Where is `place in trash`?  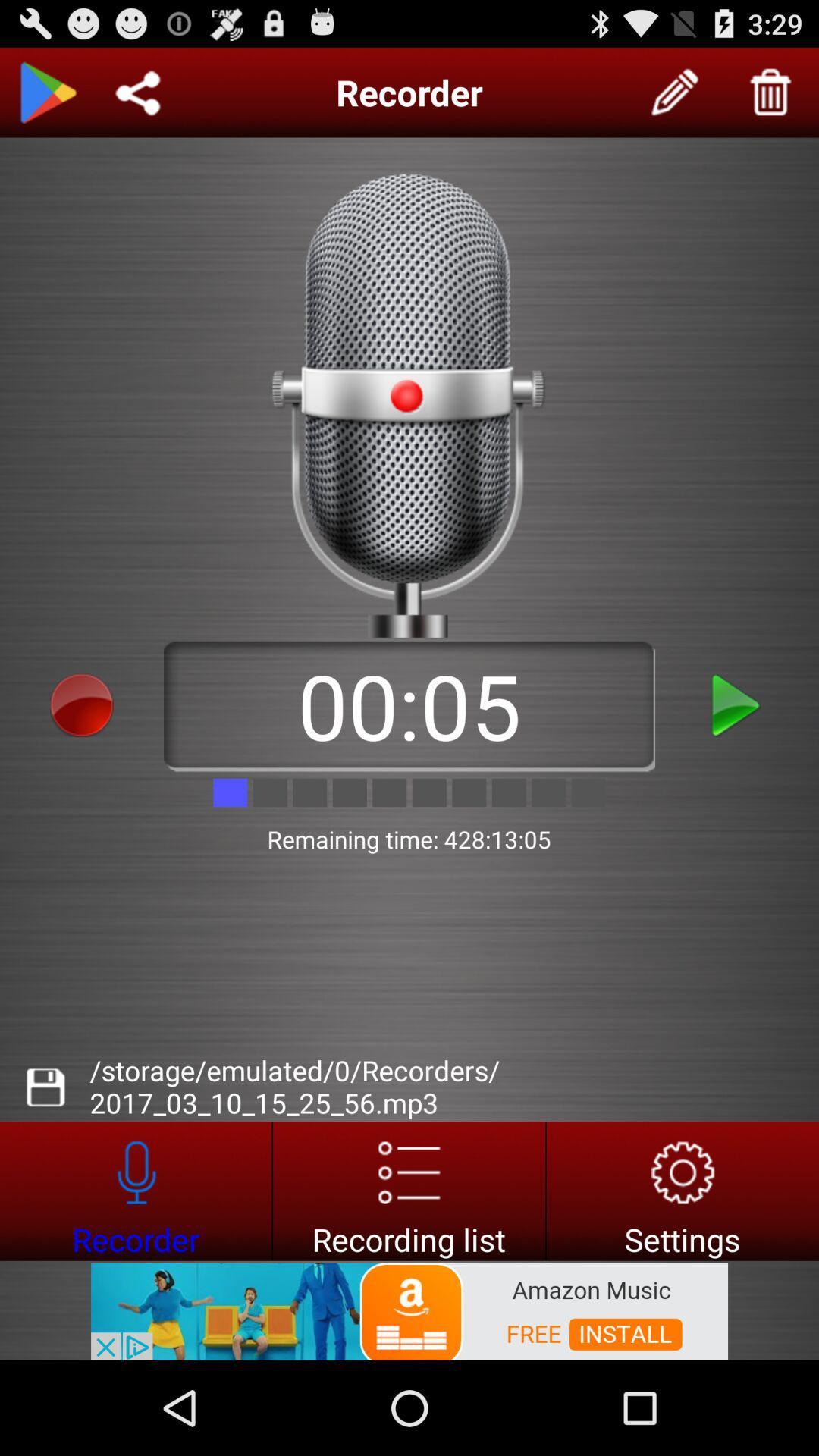
place in trash is located at coordinates (771, 92).